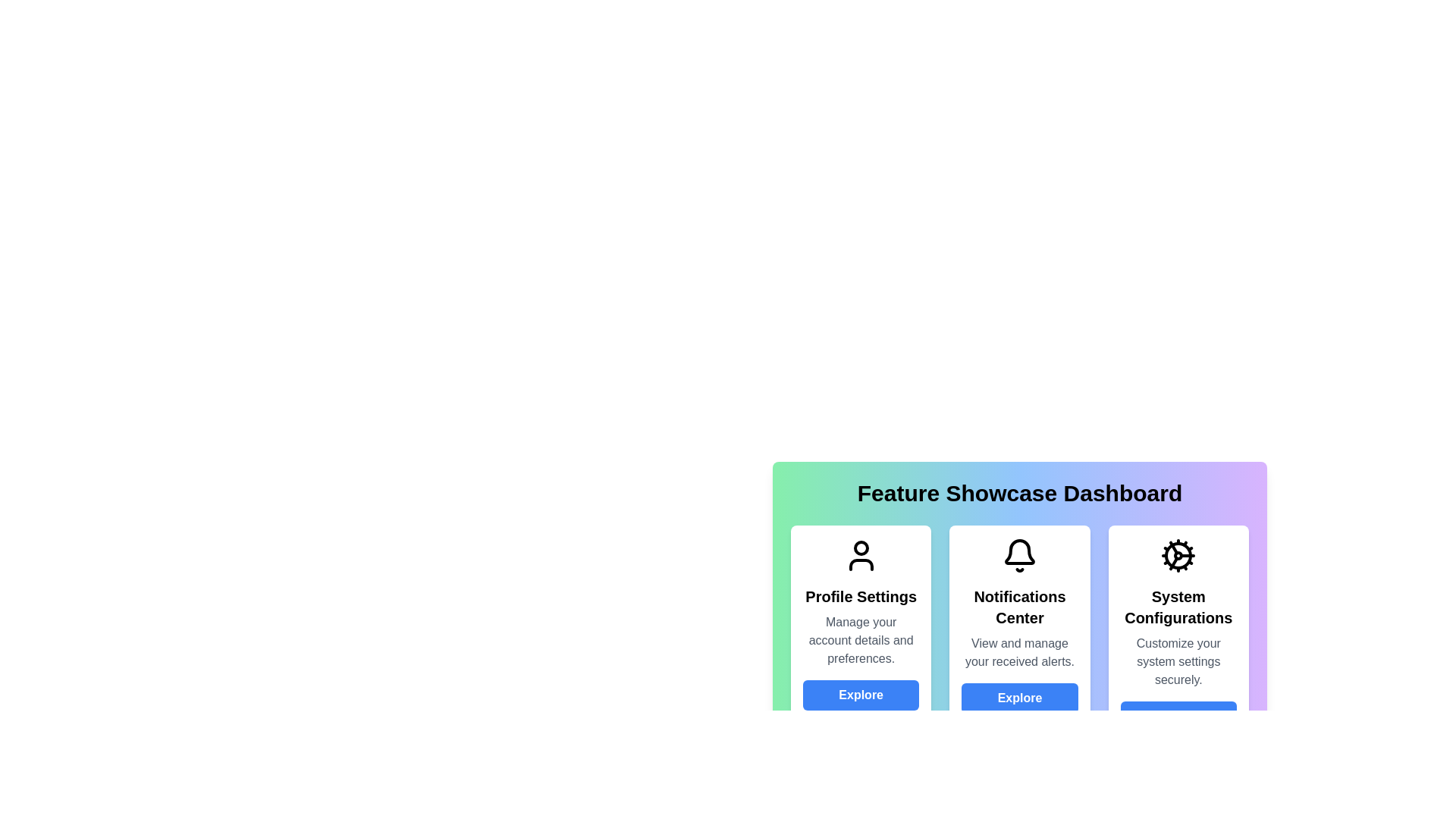  What do you see at coordinates (1178, 555) in the screenshot?
I see `the cogwheel icon representing system configurations, located at the rightmost position of the 'System Configurations' card under the 'Feature Showcase Dashboard'` at bounding box center [1178, 555].